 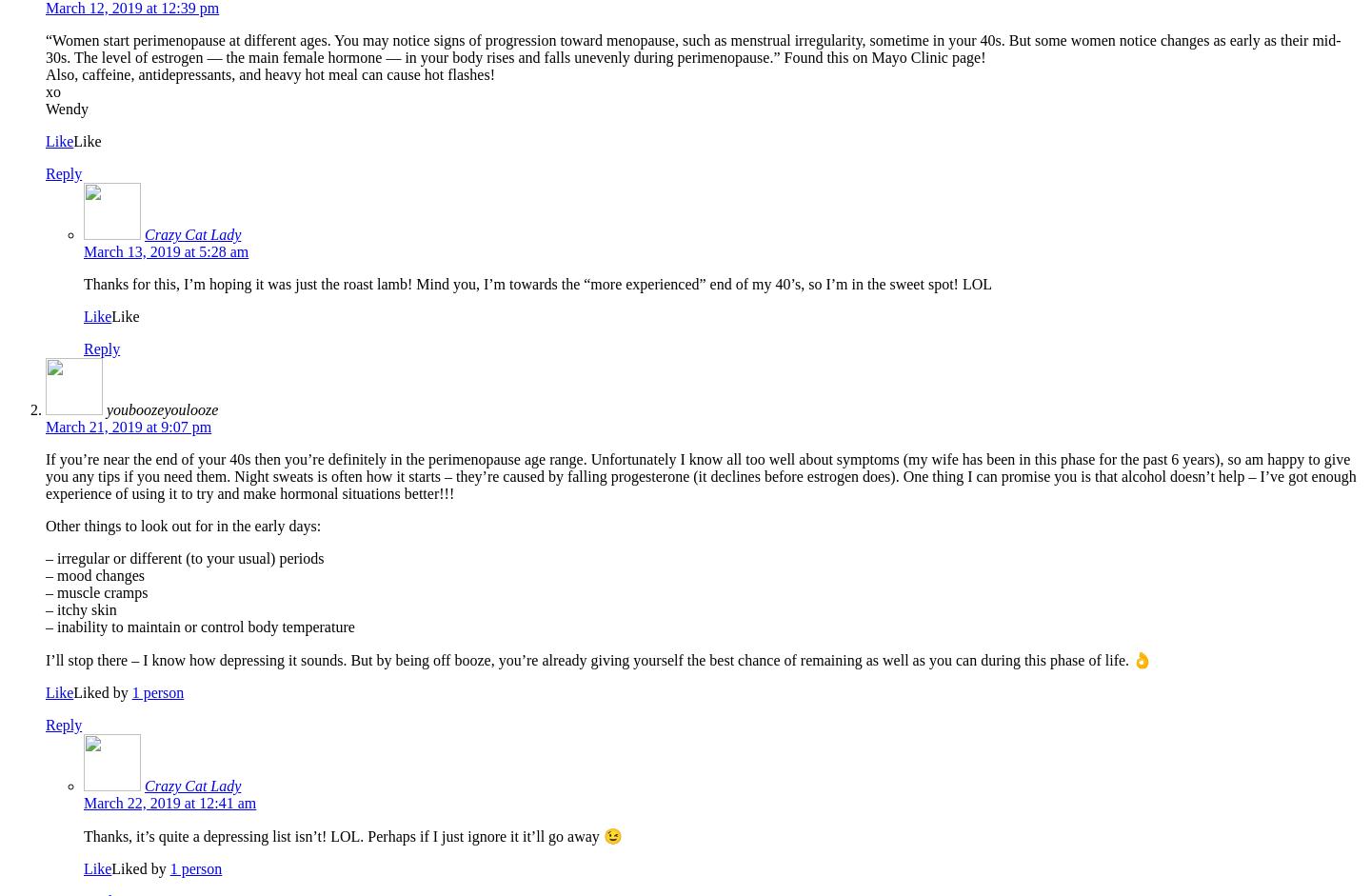 I want to click on 'I’ll stop there – I know how depressing it sounds. But by being off booze, you’re already giving yourself the best chance of remaining as well as you can during this phase of life. 👌', so click(x=597, y=660).